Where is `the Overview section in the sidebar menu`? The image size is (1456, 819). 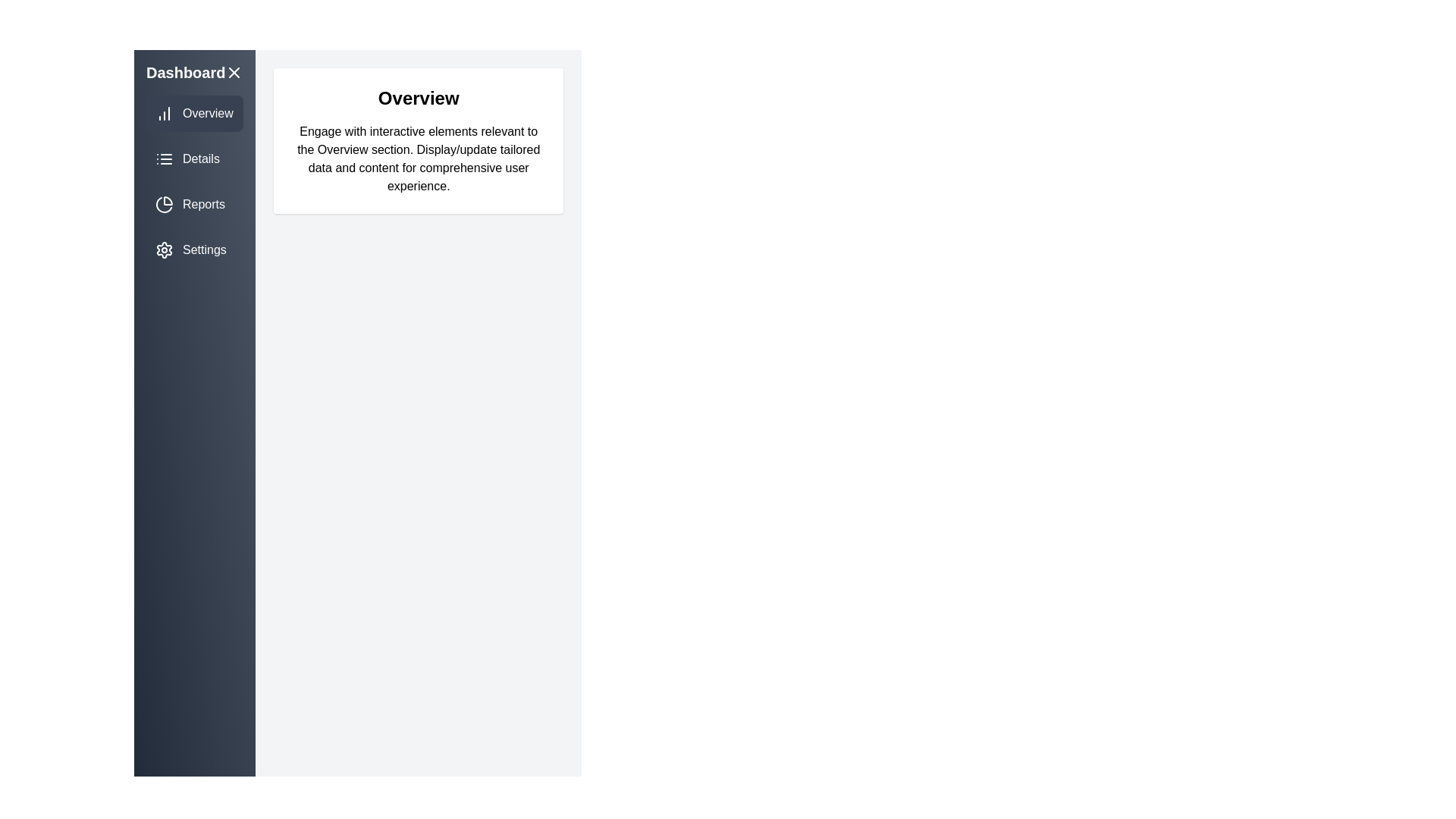
the Overview section in the sidebar menu is located at coordinates (194, 113).